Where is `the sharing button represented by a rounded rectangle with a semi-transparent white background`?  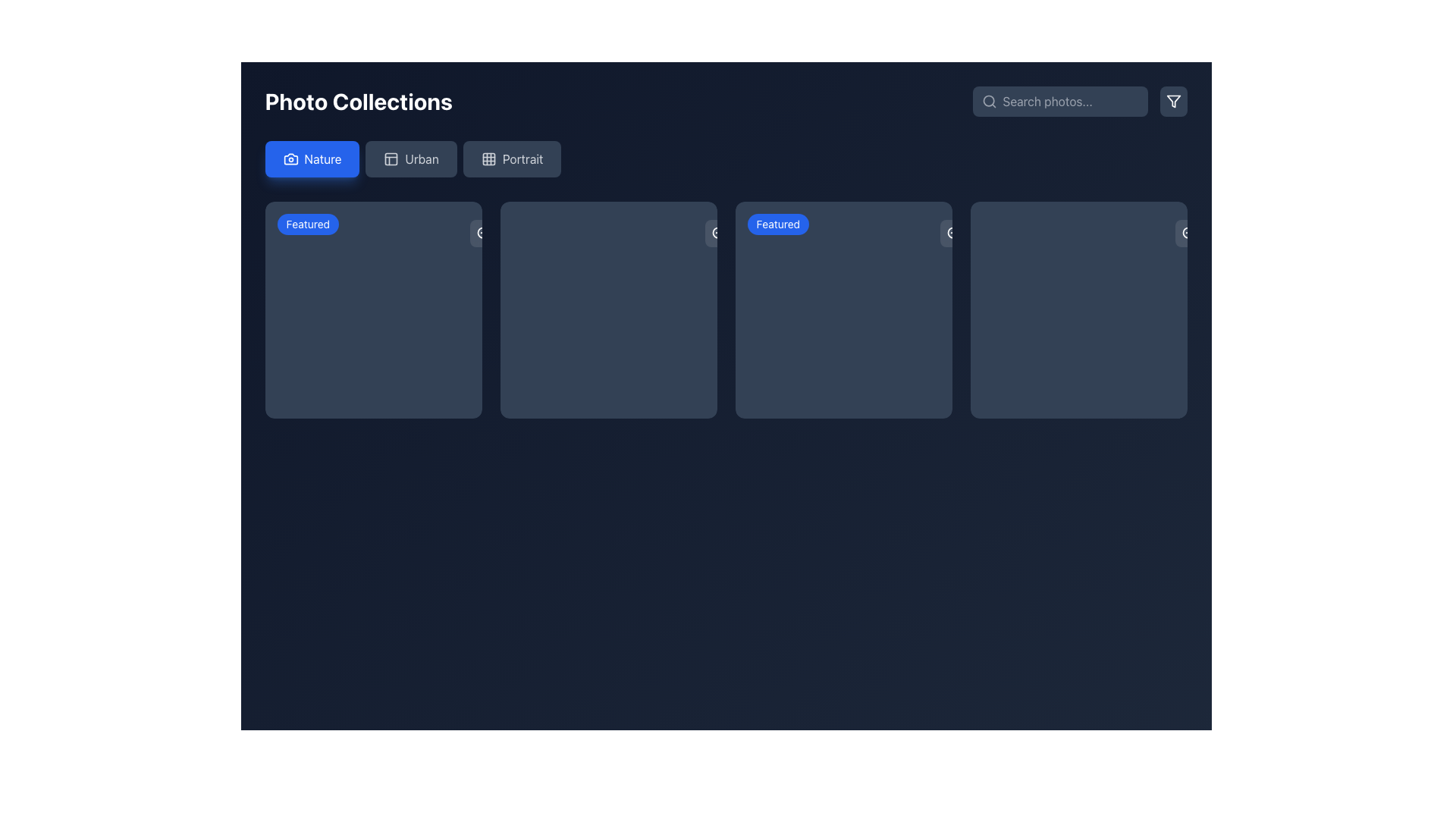
the sharing button represented by a rounded rectangle with a semi-transparent white background is located at coordinates (1216, 234).